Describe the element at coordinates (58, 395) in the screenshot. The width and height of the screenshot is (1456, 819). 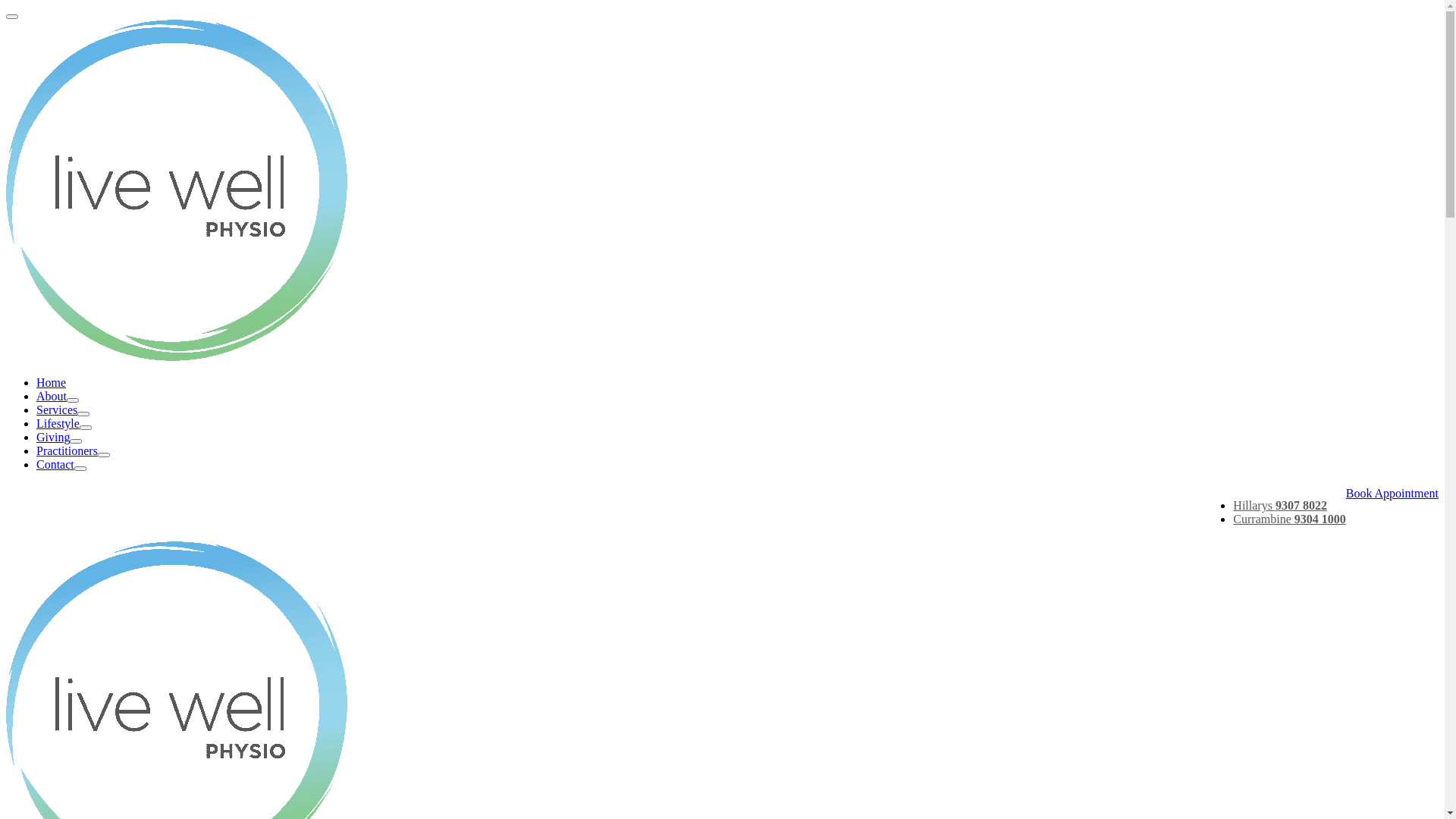
I see `'About'` at that location.